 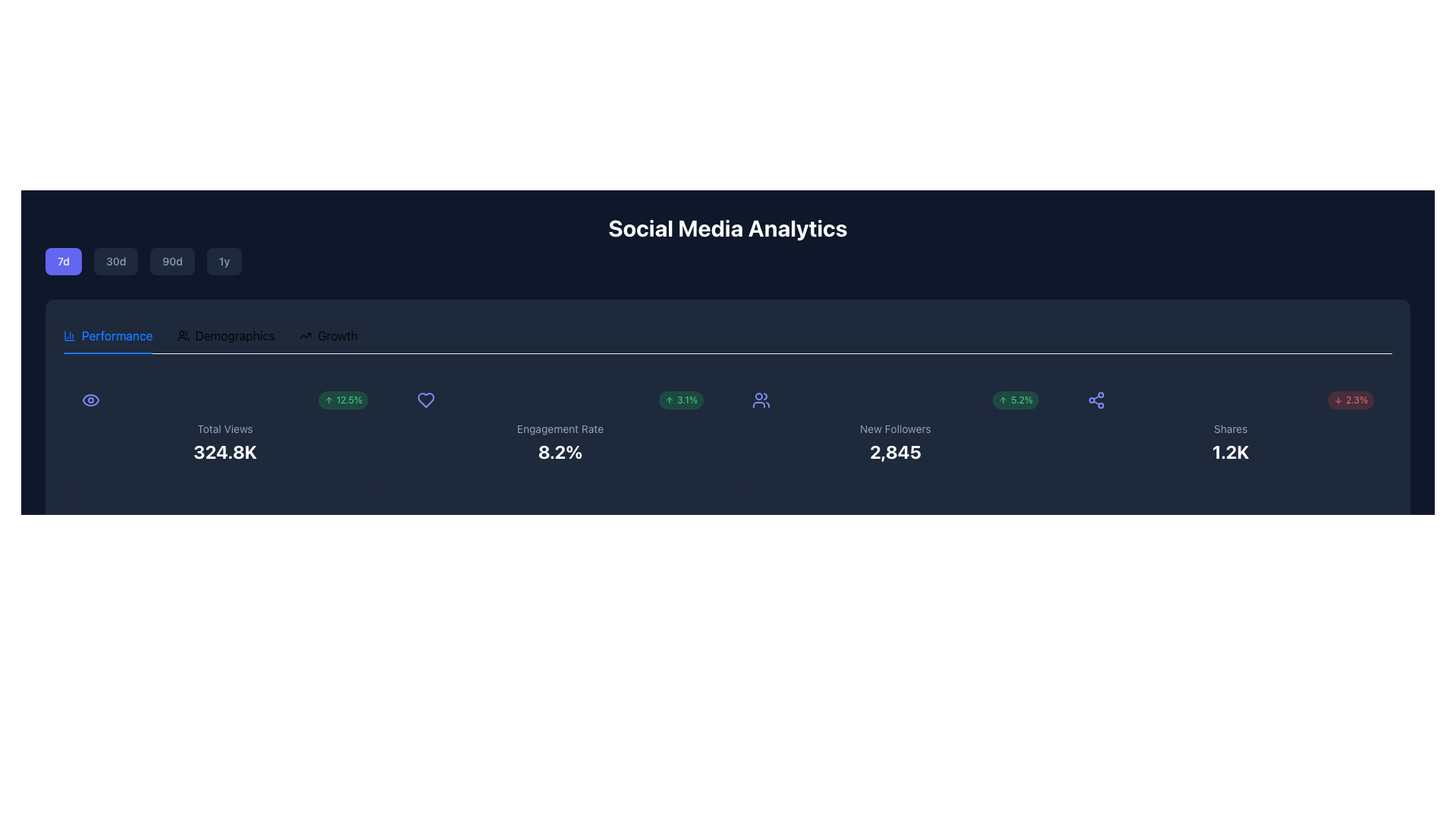 What do you see at coordinates (209, 335) in the screenshot?
I see `the central tab navigation item that displays demographic-related data, located between 'Performance' and 'Growth' in the upper section of the interface` at bounding box center [209, 335].